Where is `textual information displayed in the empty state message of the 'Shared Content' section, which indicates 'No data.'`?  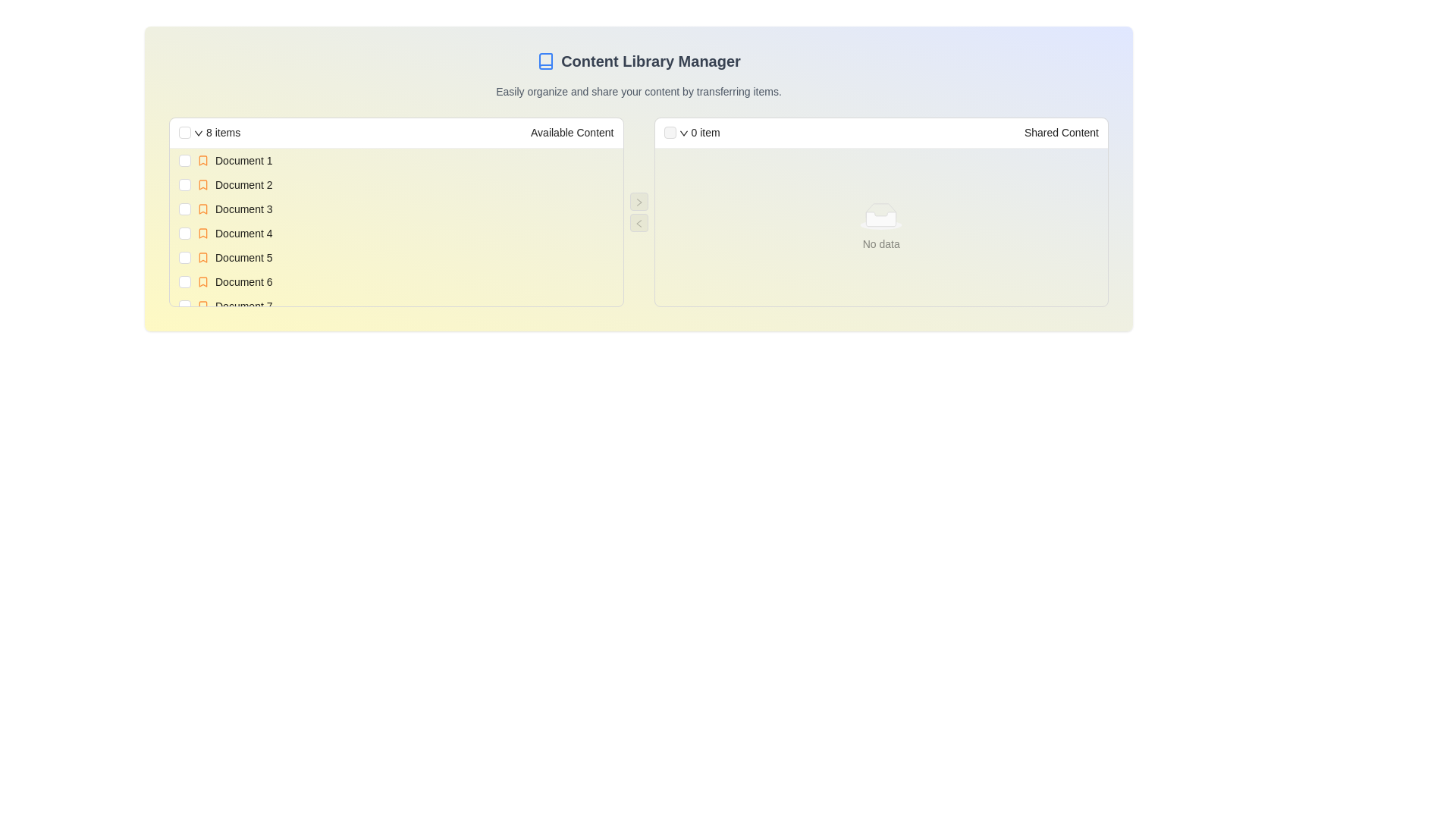
textual information displayed in the empty state message of the 'Shared Content' section, which indicates 'No data.' is located at coordinates (881, 216).